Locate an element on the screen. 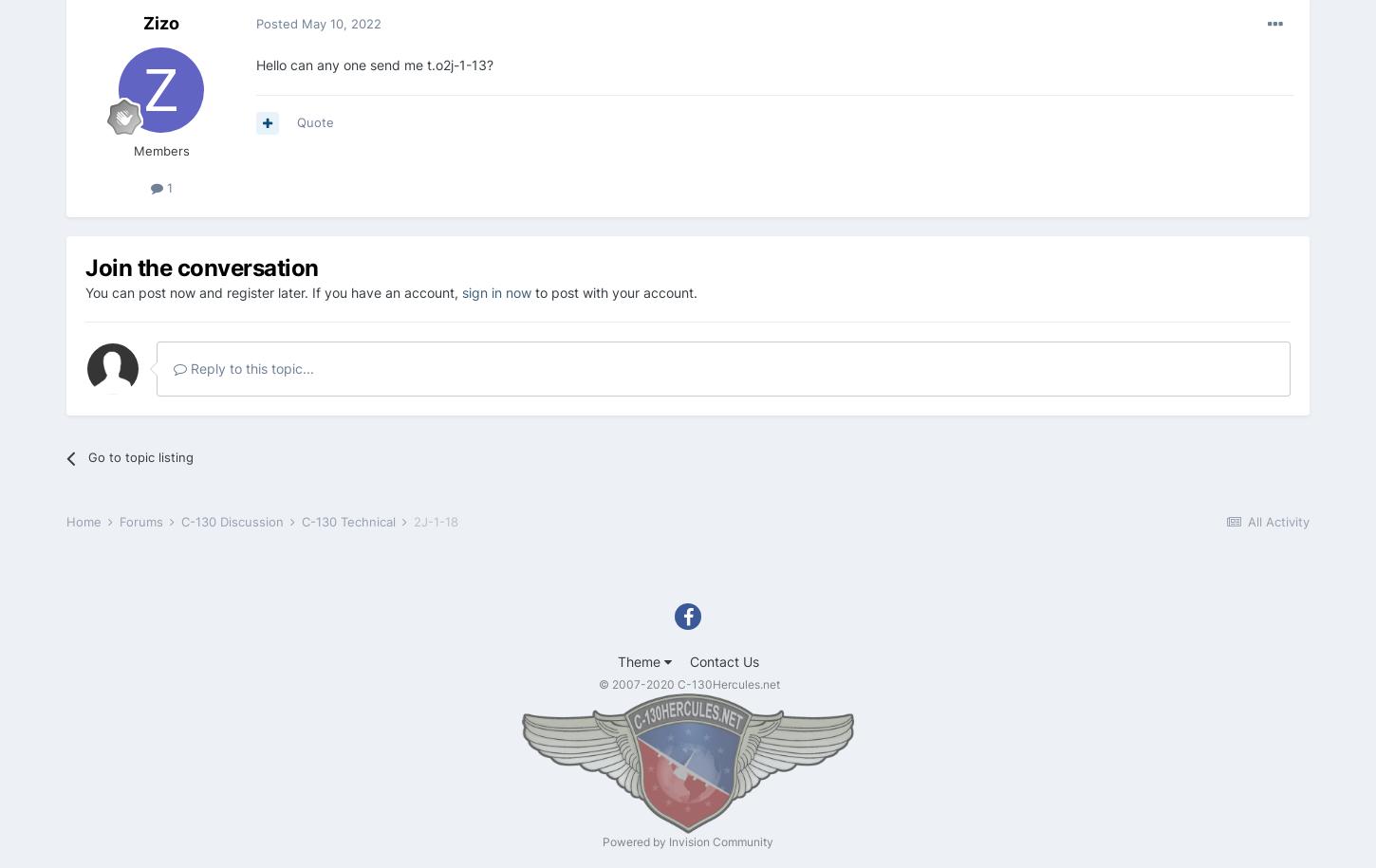 Image resolution: width=1376 pixels, height=868 pixels. '1' is located at coordinates (166, 187).